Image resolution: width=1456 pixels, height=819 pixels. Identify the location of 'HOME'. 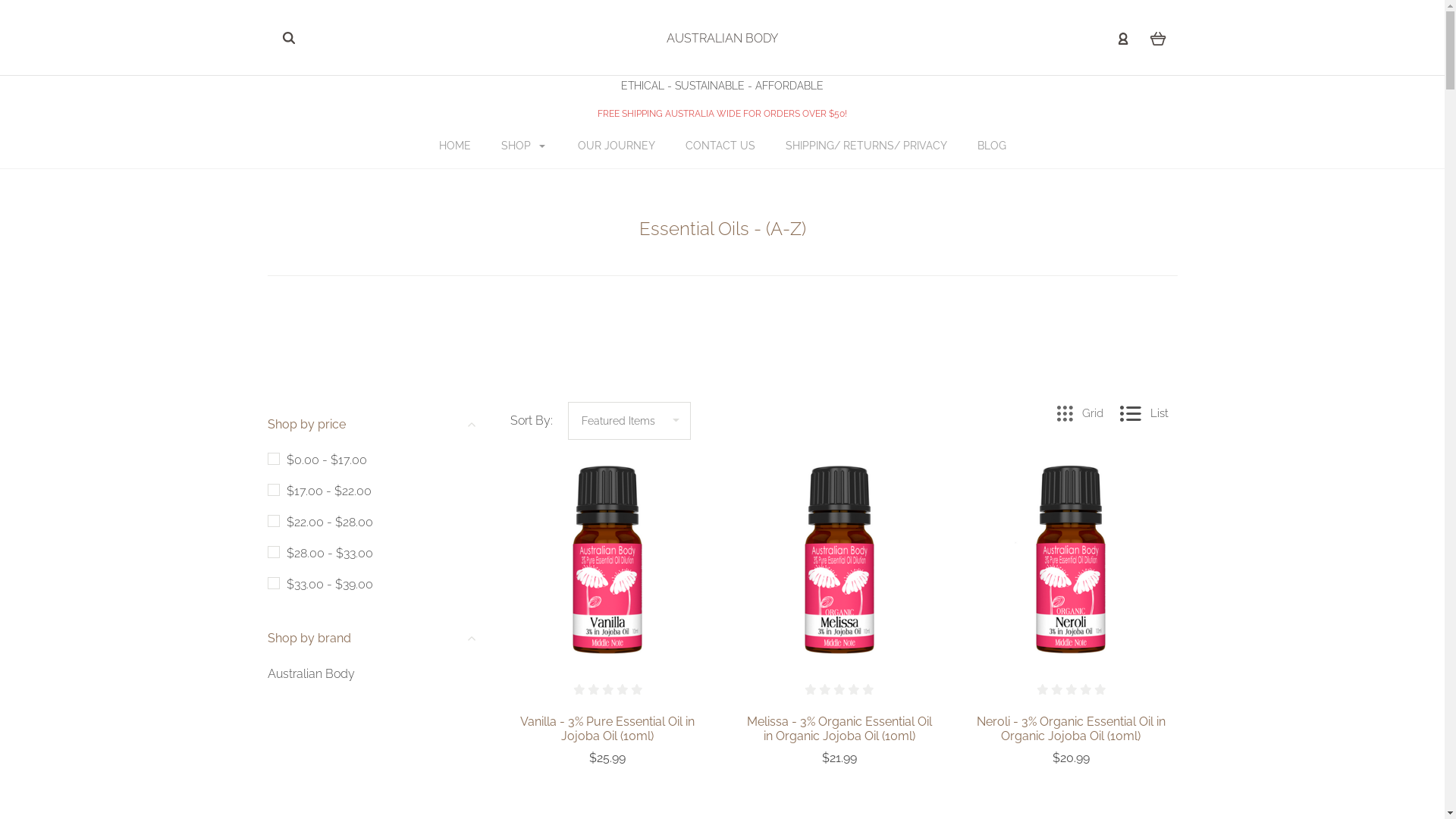
(453, 146).